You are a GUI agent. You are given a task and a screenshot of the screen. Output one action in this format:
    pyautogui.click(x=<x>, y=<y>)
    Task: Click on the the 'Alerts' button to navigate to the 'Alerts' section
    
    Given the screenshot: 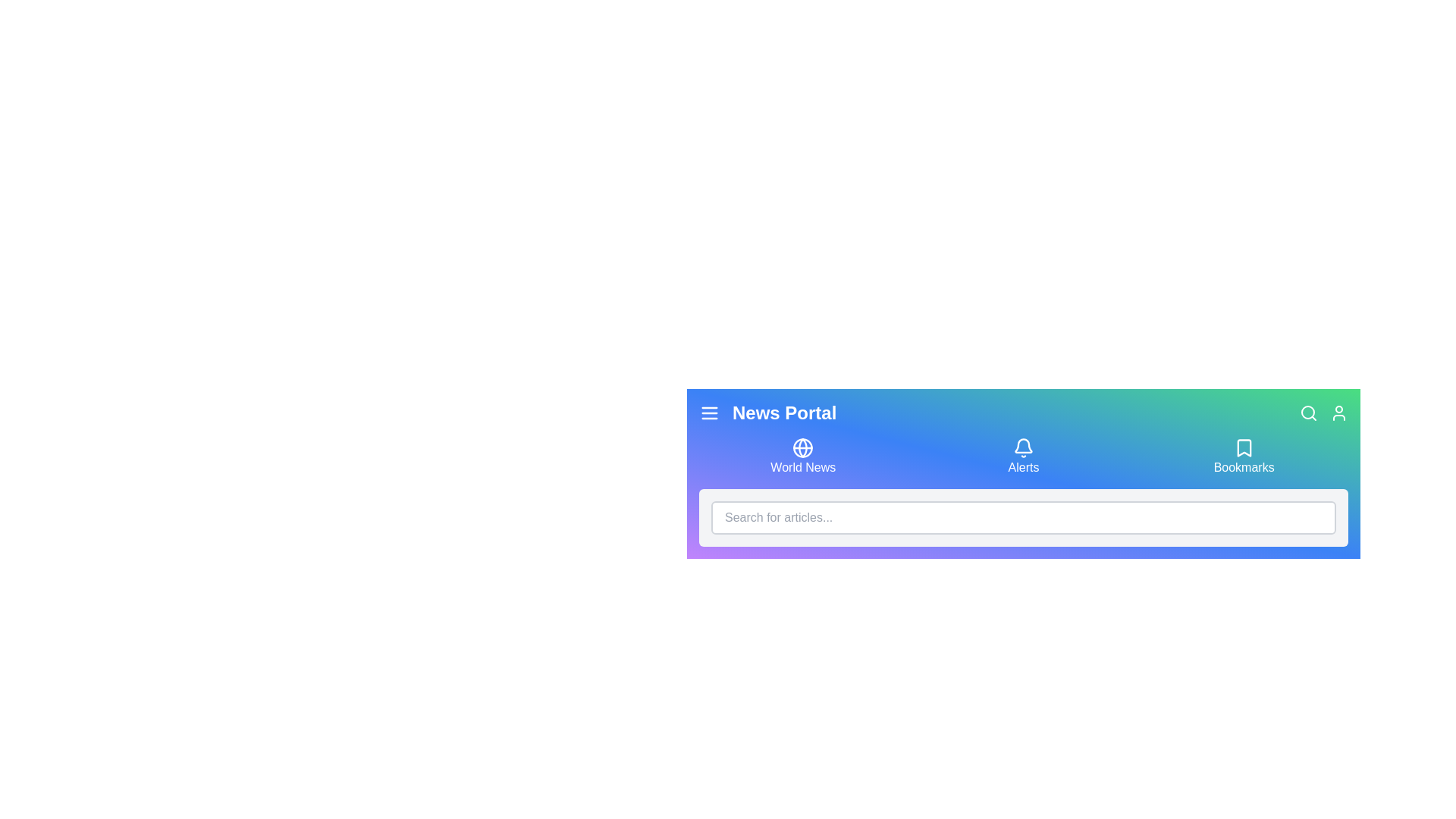 What is the action you would take?
    pyautogui.click(x=1023, y=456)
    